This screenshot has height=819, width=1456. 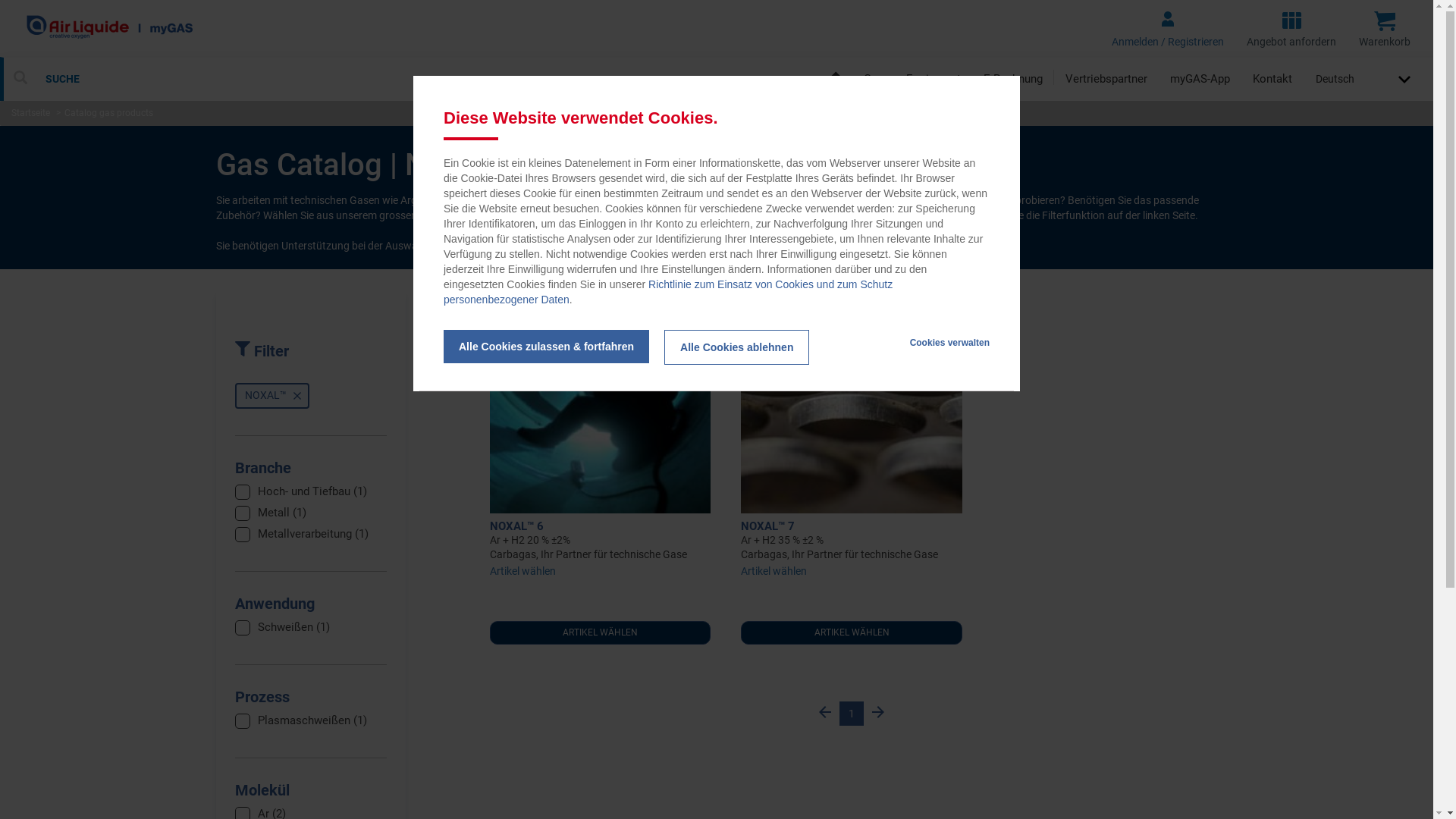 I want to click on 'hier', so click(x=546, y=245).